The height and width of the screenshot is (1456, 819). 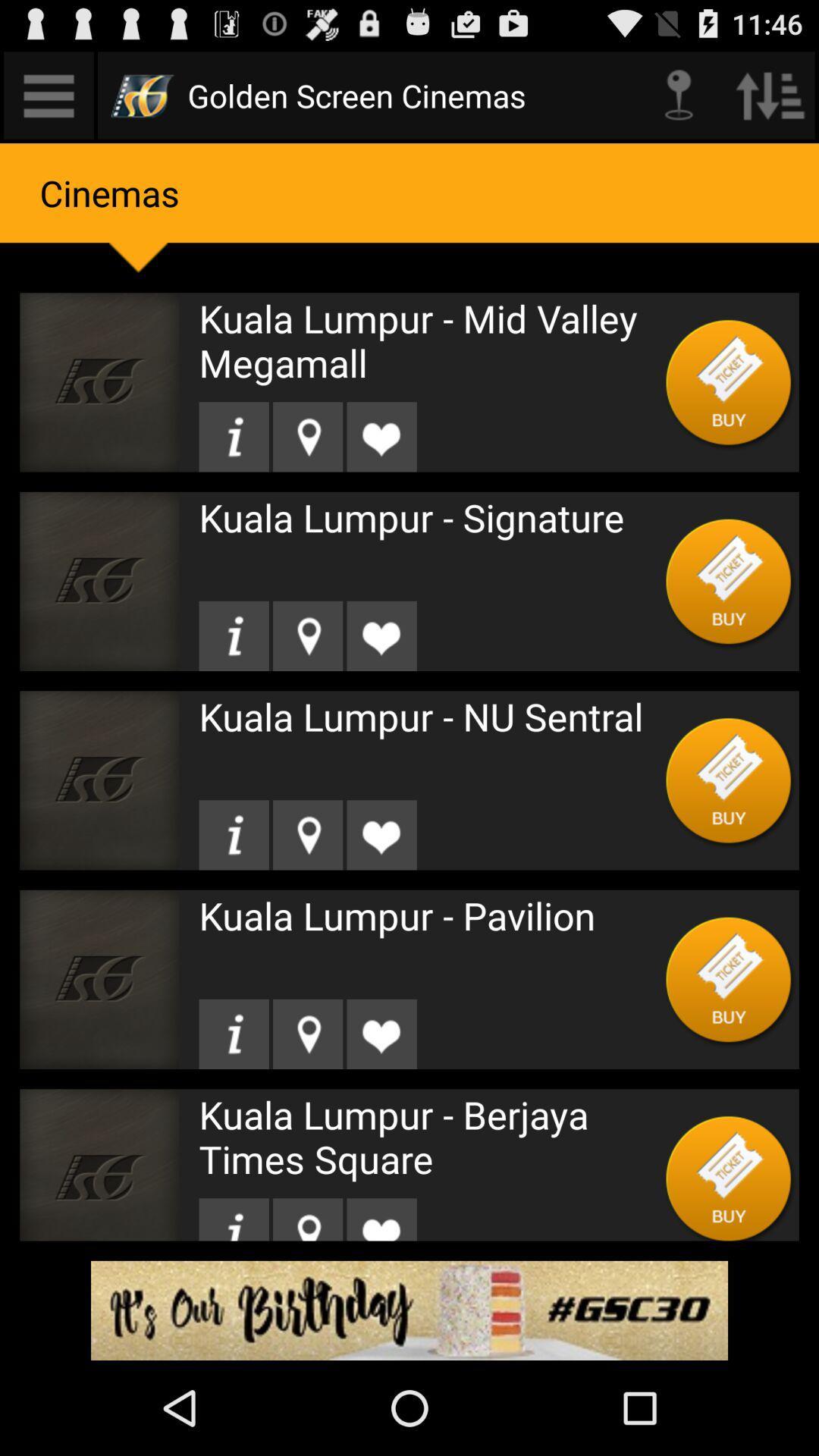 What do you see at coordinates (48, 94) in the screenshot?
I see `open minute` at bounding box center [48, 94].